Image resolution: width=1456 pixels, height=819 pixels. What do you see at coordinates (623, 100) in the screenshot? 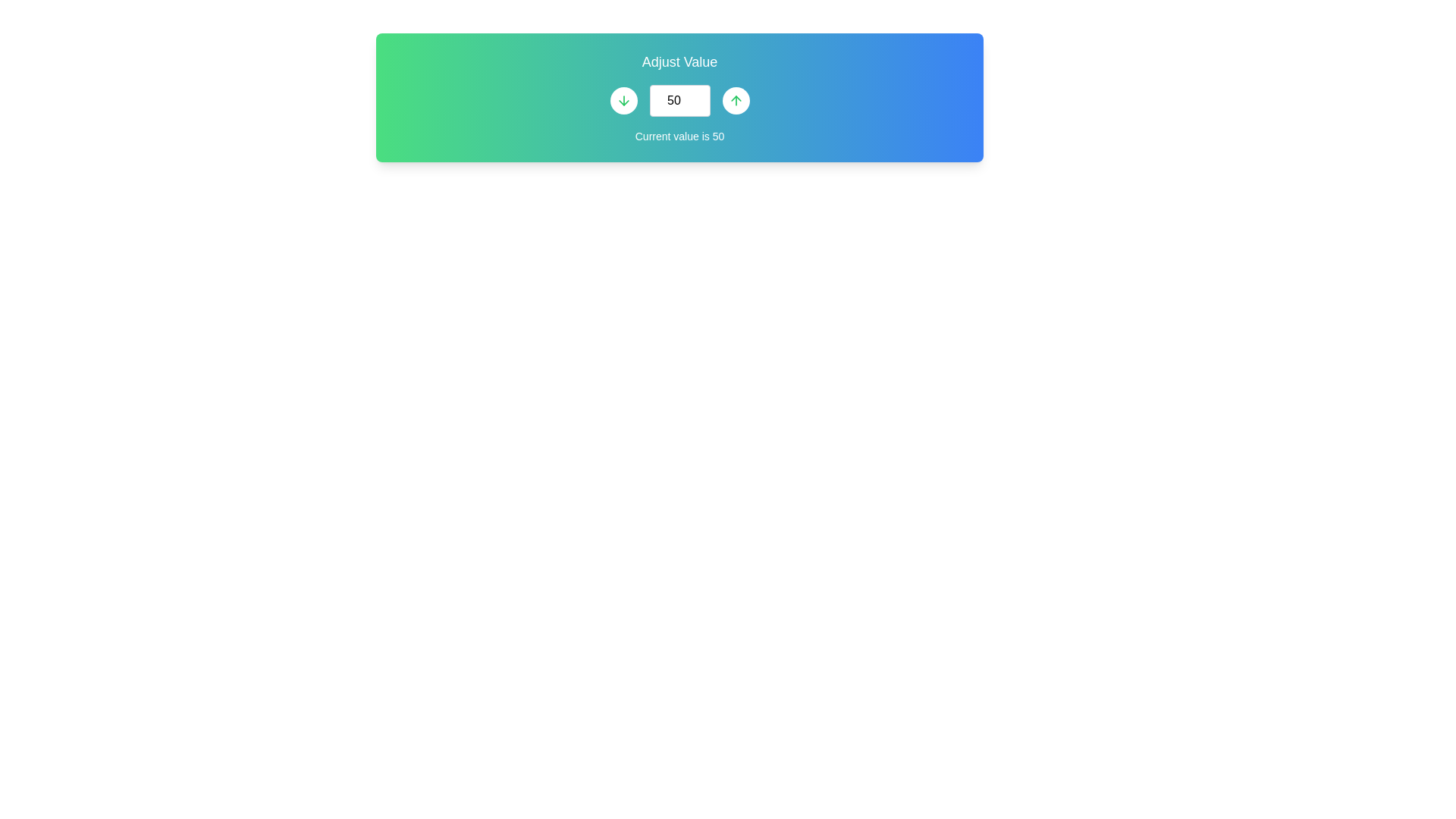
I see `the decrement button located to the right of the text field displaying '50' to decrease the value` at bounding box center [623, 100].